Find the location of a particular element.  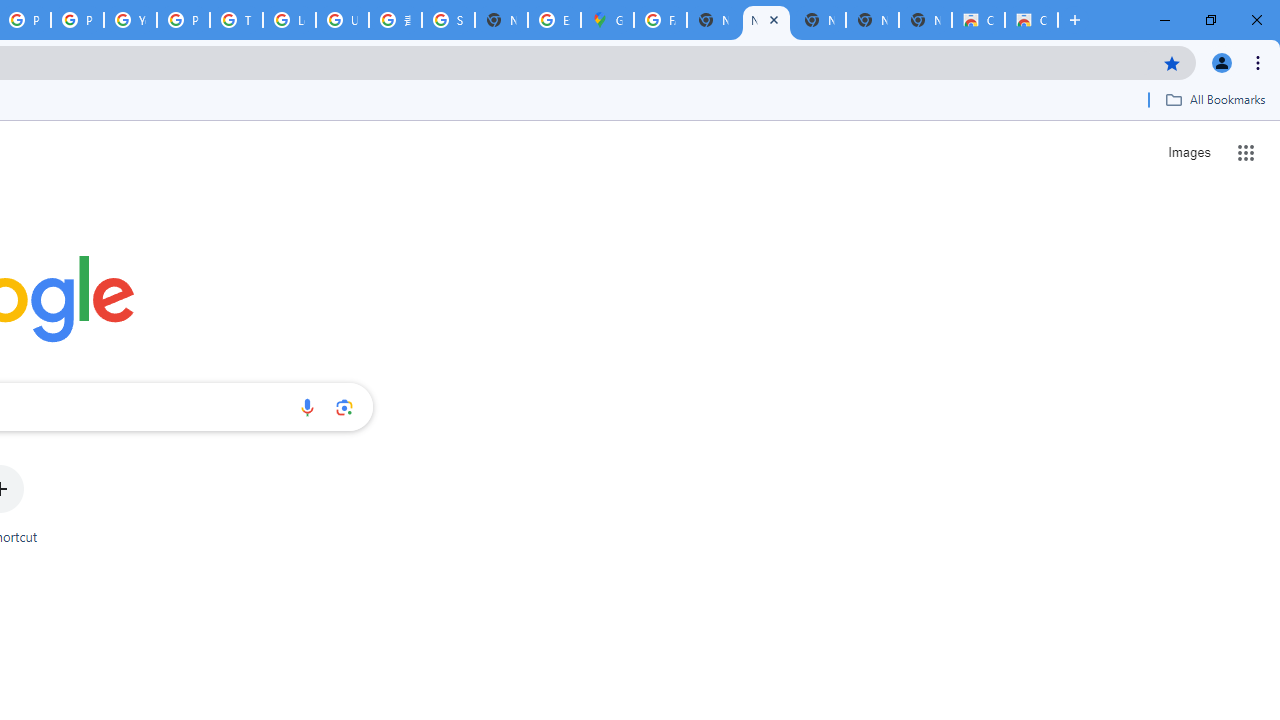

'Google apps' is located at coordinates (1245, 152).